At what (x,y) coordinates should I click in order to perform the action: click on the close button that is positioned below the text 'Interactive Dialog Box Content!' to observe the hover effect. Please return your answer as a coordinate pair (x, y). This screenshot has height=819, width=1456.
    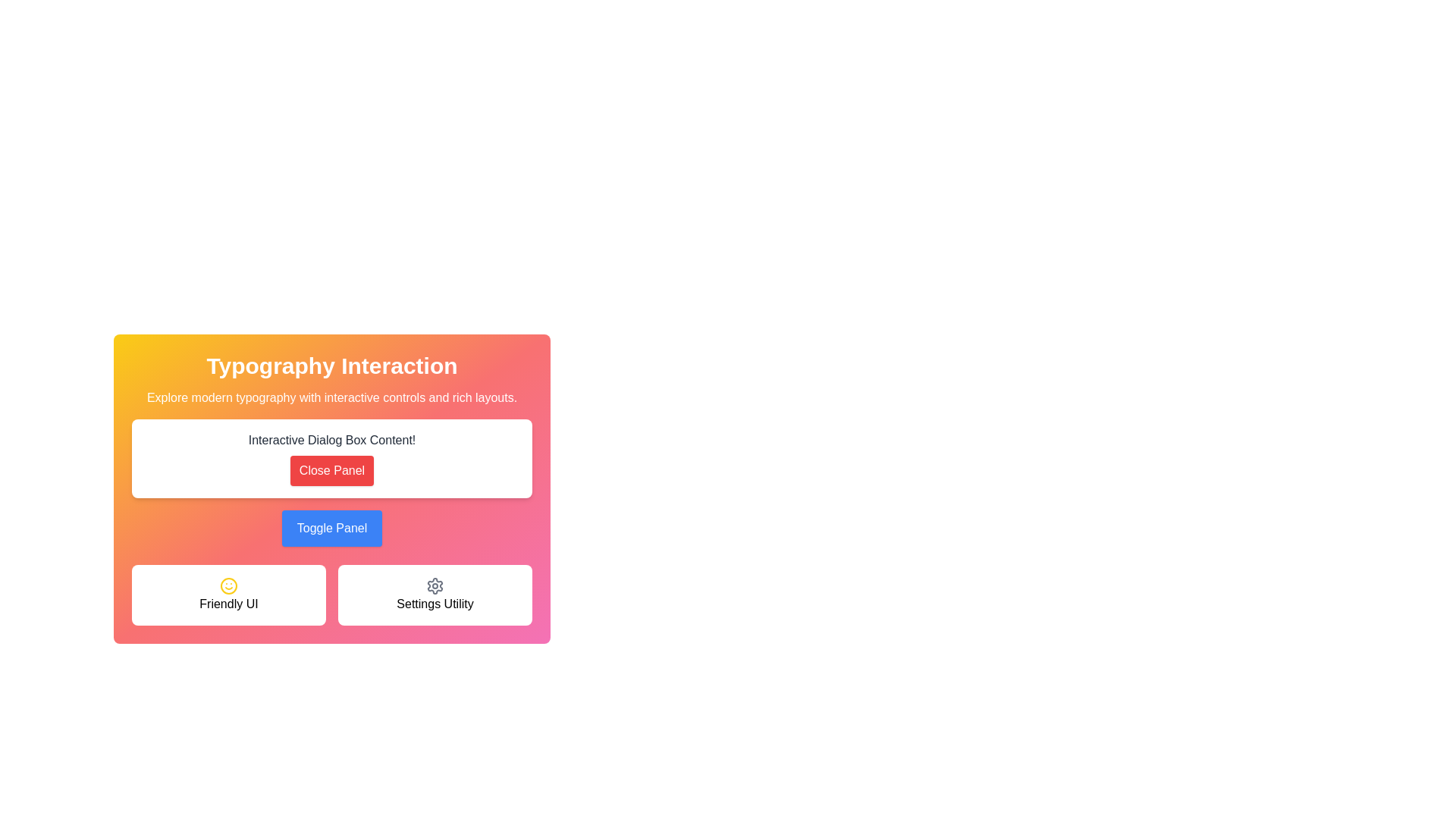
    Looking at the image, I should click on (331, 470).